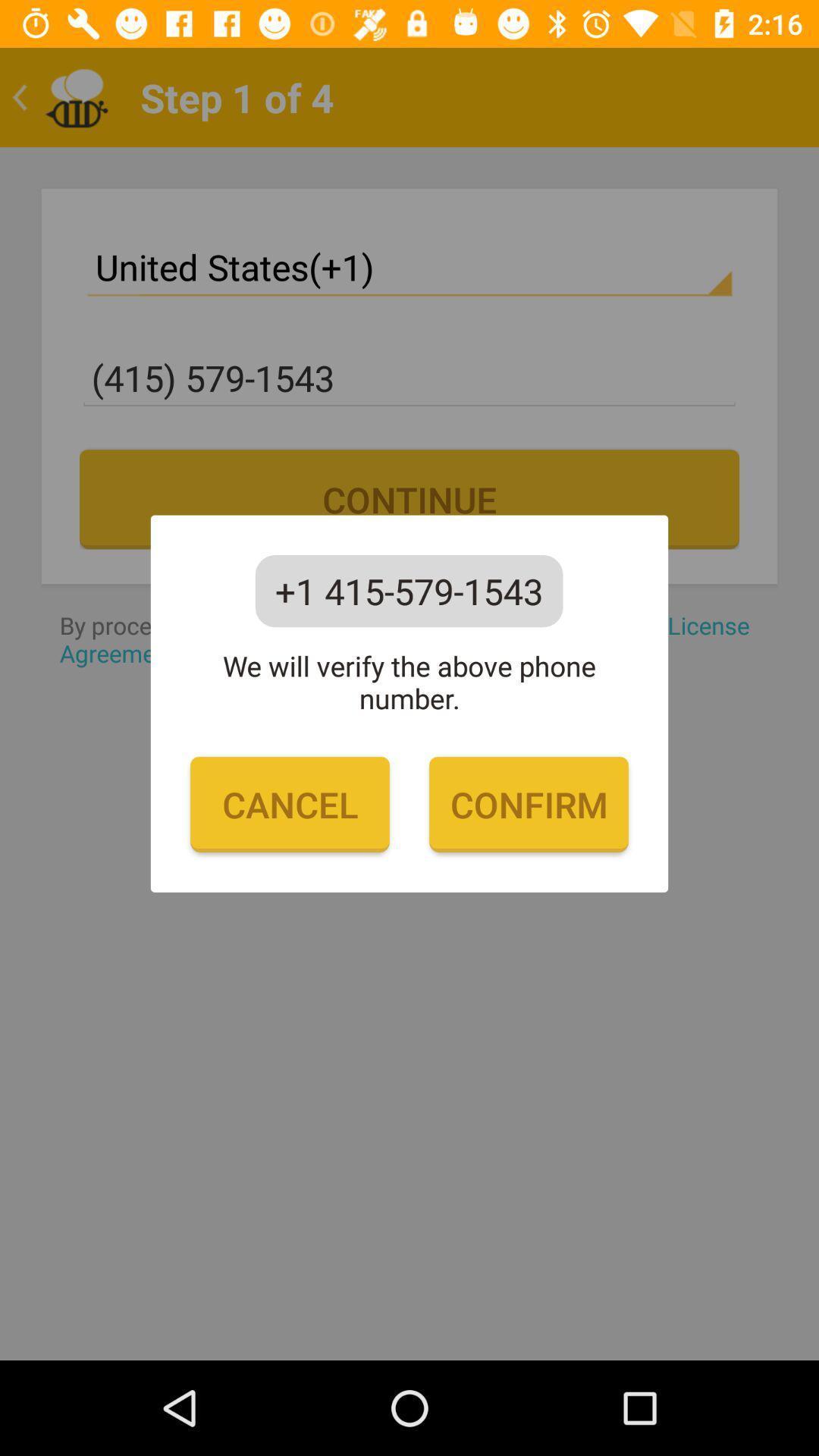 Image resolution: width=819 pixels, height=1456 pixels. What do you see at coordinates (290, 804) in the screenshot?
I see `the icon below we will verify` at bounding box center [290, 804].